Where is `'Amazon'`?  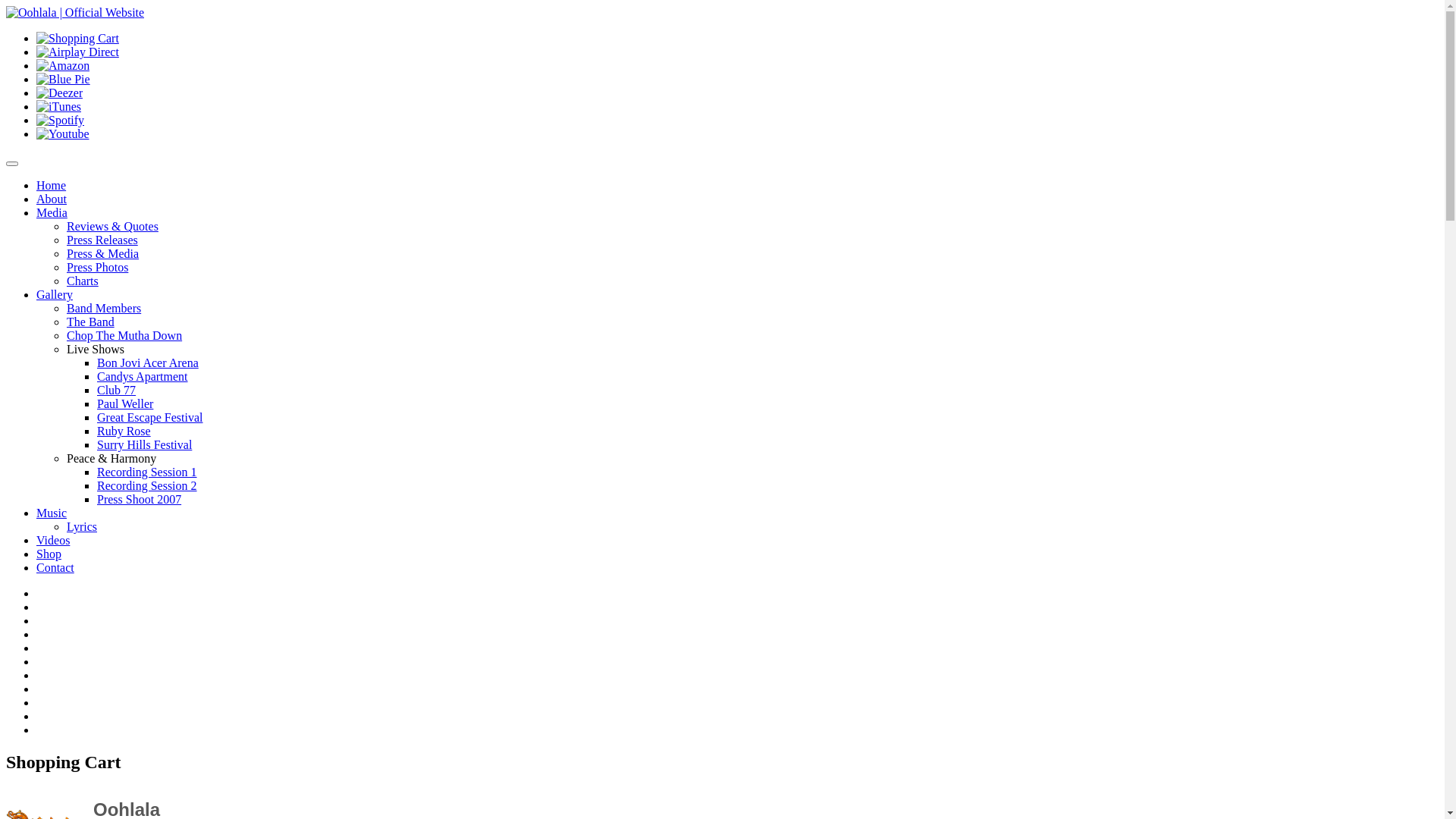
'Amazon' is located at coordinates (36, 64).